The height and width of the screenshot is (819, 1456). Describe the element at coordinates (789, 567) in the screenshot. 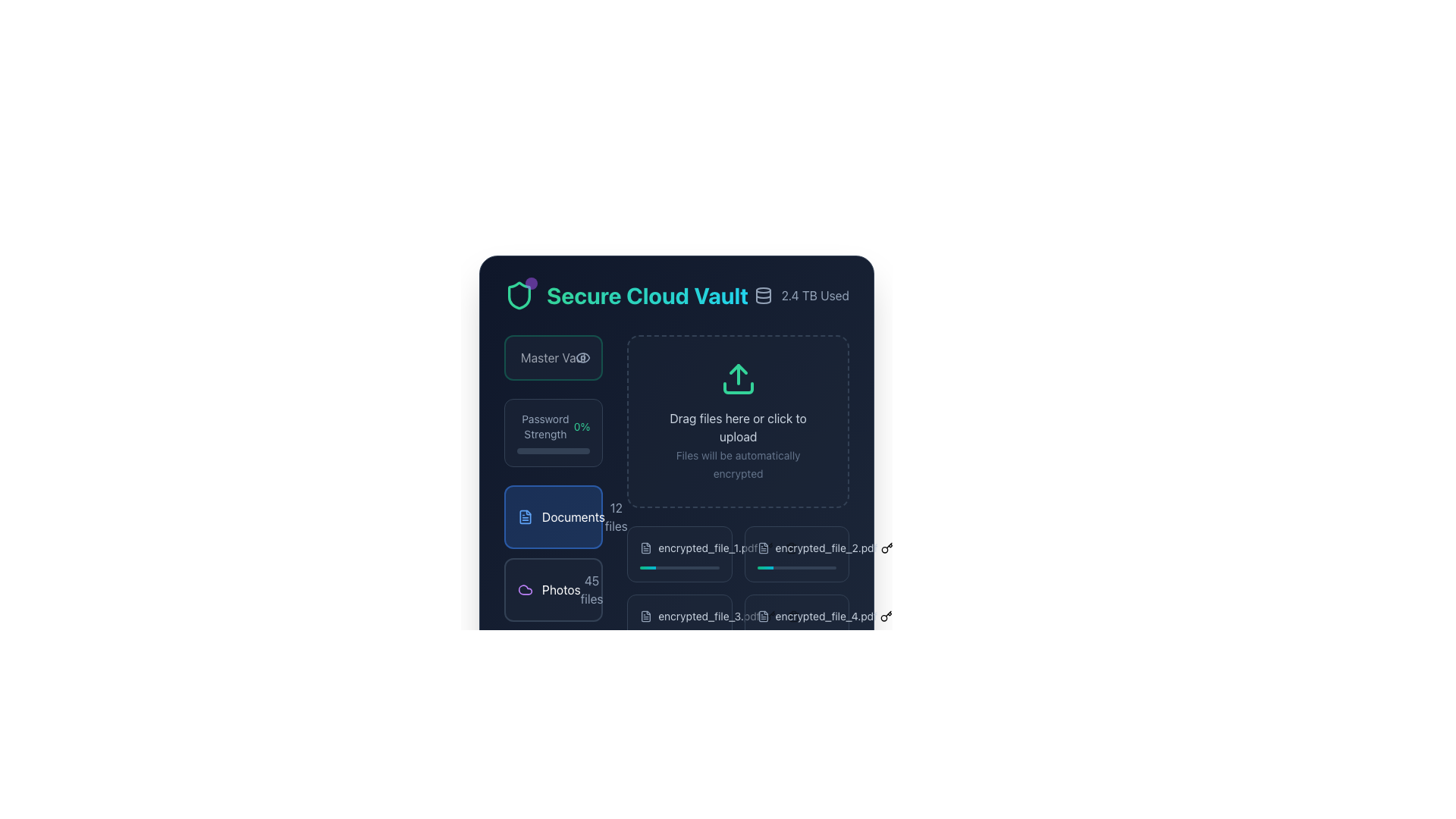

I see `the progress bar segment visually representing the progress state for the file labeled 'encrypted_file_2.pdf'` at that location.